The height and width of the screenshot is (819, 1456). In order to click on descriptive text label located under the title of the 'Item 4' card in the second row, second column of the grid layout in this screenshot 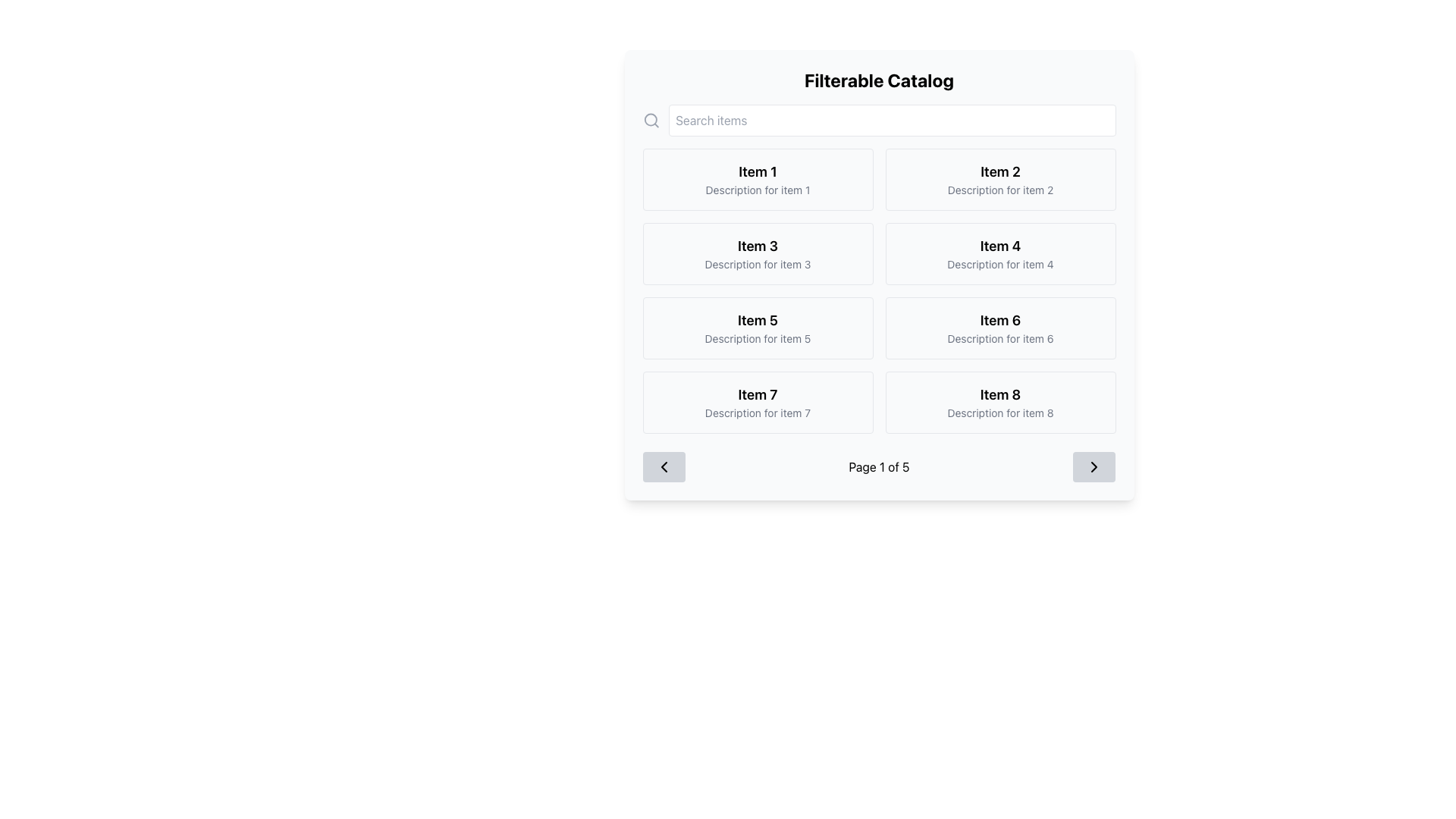, I will do `click(1000, 263)`.